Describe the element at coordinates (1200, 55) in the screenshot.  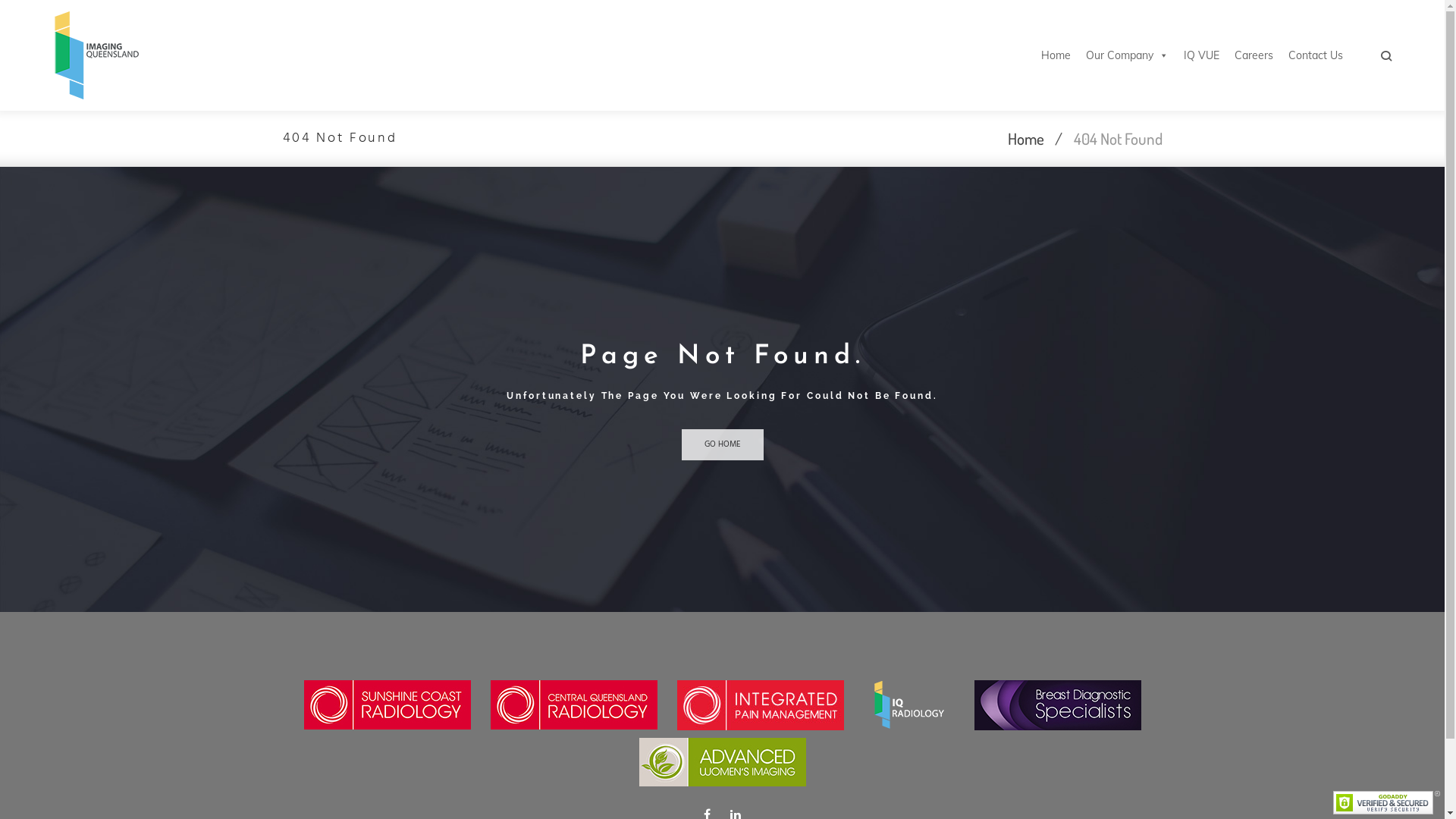
I see `'IQ VUE'` at that location.